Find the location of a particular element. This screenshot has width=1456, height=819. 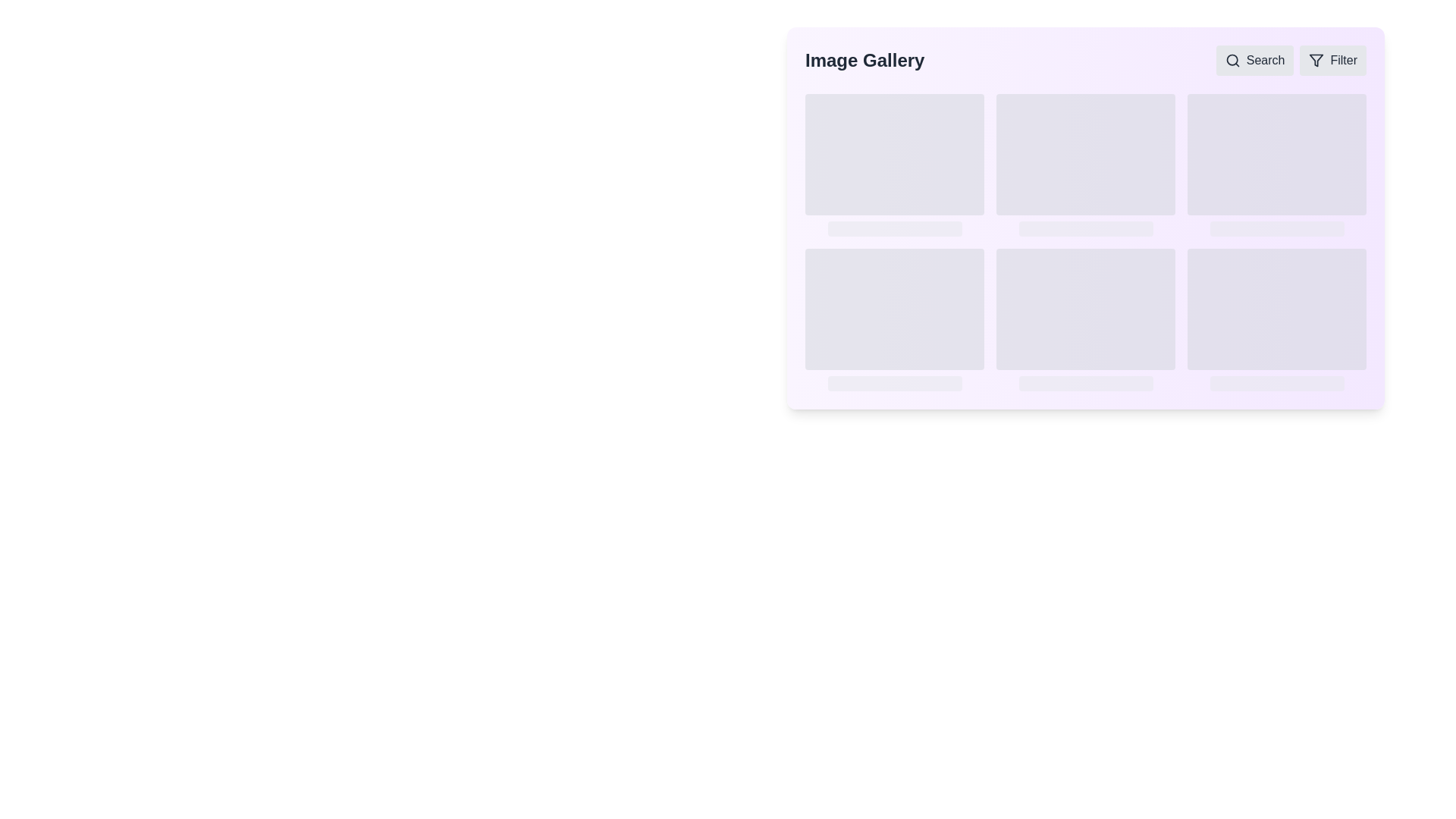

the visual slot element positioned in the second column of the first row of the 'Image Gallery' grid layout is located at coordinates (1084, 155).